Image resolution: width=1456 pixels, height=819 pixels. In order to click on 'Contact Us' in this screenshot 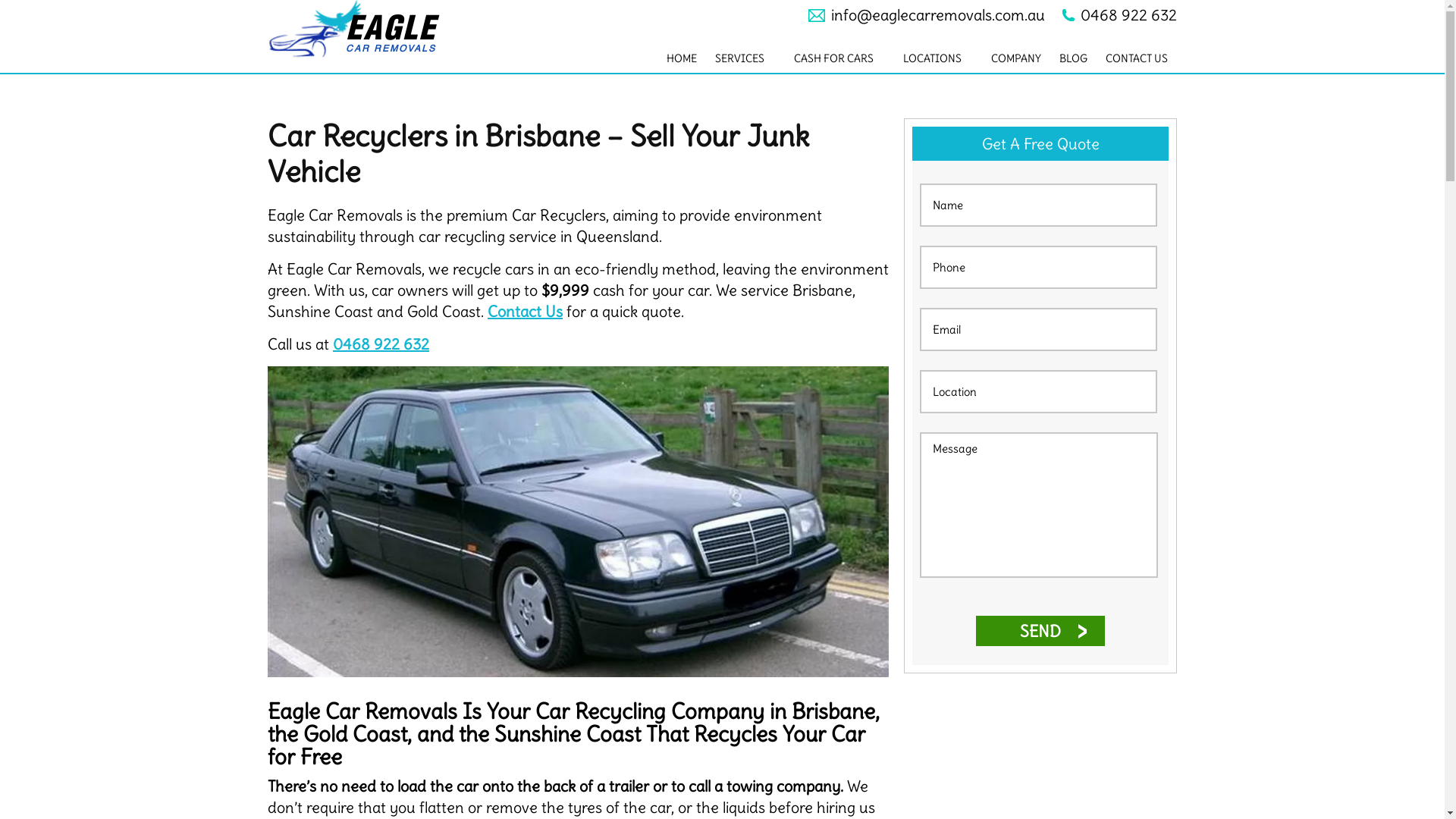, I will do `click(525, 310)`.